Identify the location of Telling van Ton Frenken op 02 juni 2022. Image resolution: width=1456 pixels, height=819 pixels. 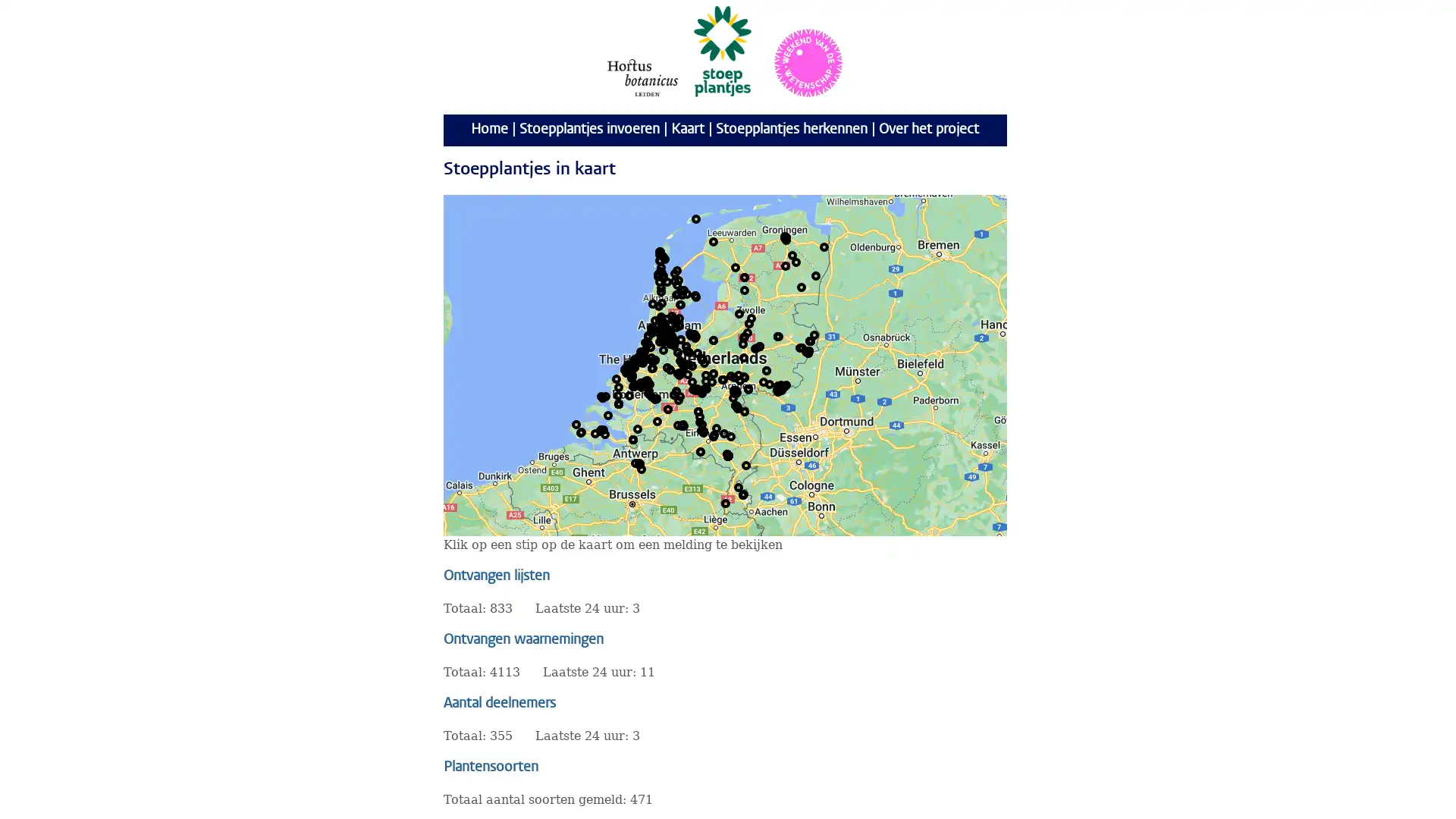
(726, 452).